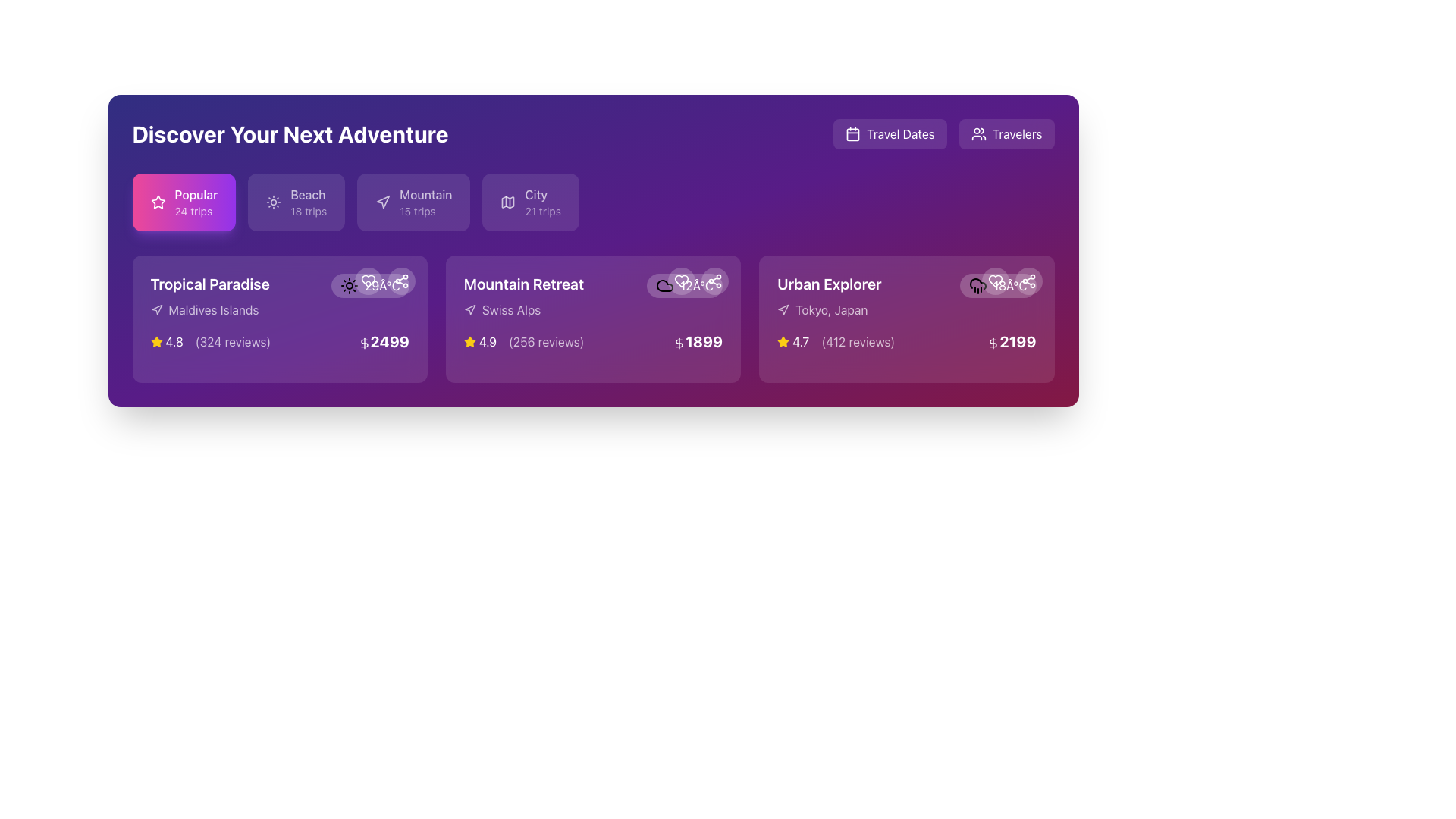 The image size is (1456, 819). I want to click on text label indicating the name of a travel destination, located in the top-left card above the line mentioning 'Maldives Islands', so click(209, 284).